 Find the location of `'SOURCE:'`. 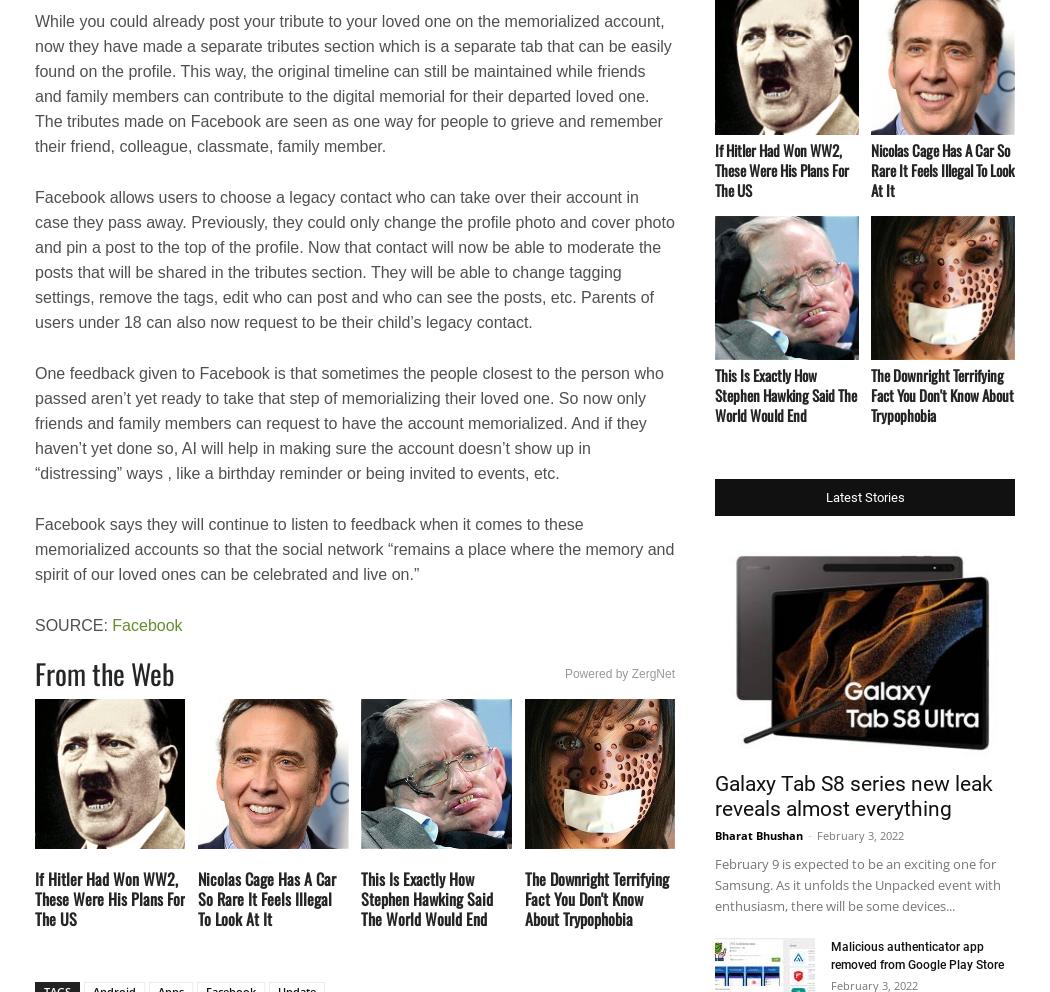

'SOURCE:' is located at coordinates (72, 624).